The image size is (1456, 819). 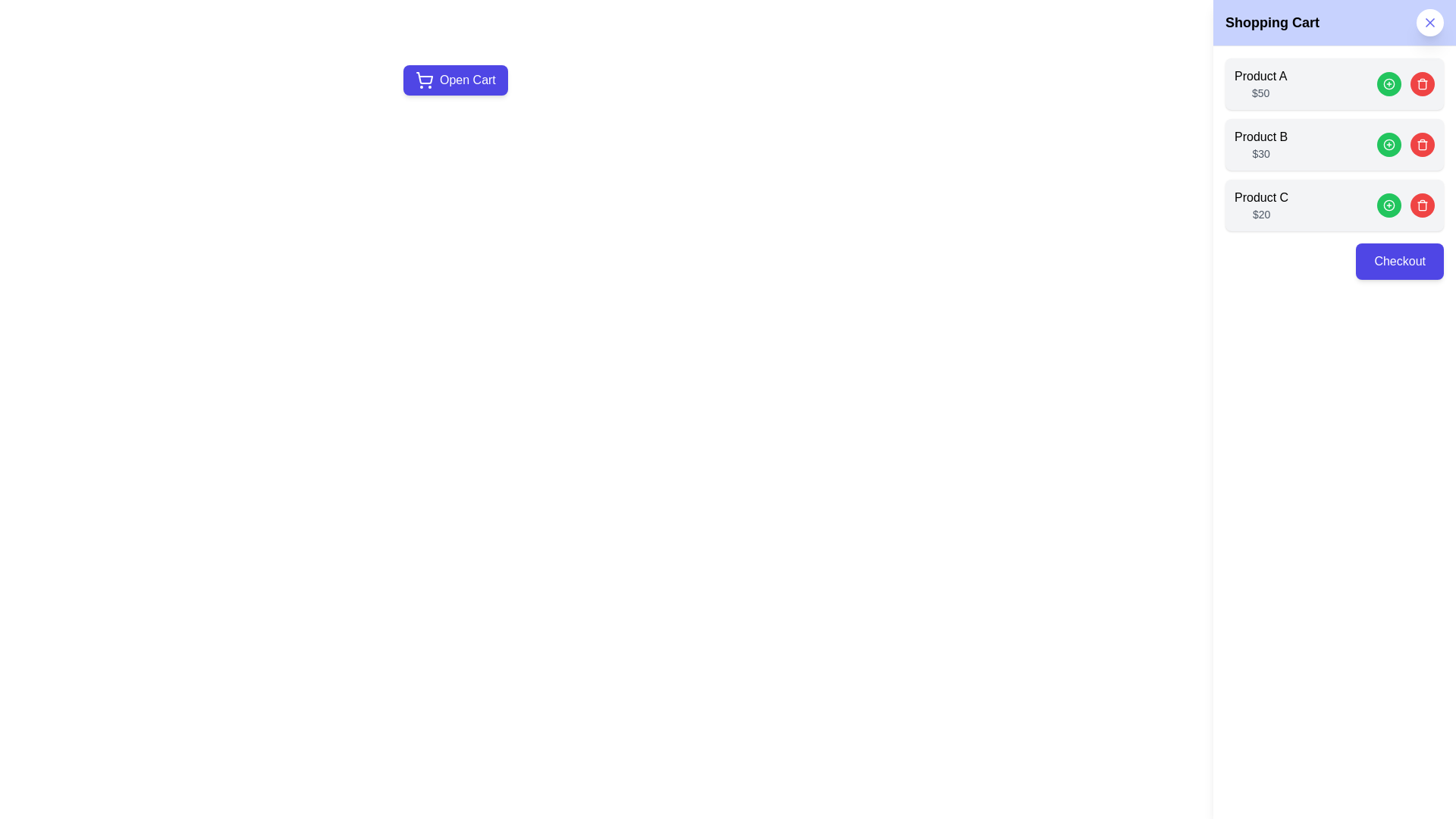 I want to click on the red 'Trash' button for the product identified by its name Product B, so click(x=1422, y=145).